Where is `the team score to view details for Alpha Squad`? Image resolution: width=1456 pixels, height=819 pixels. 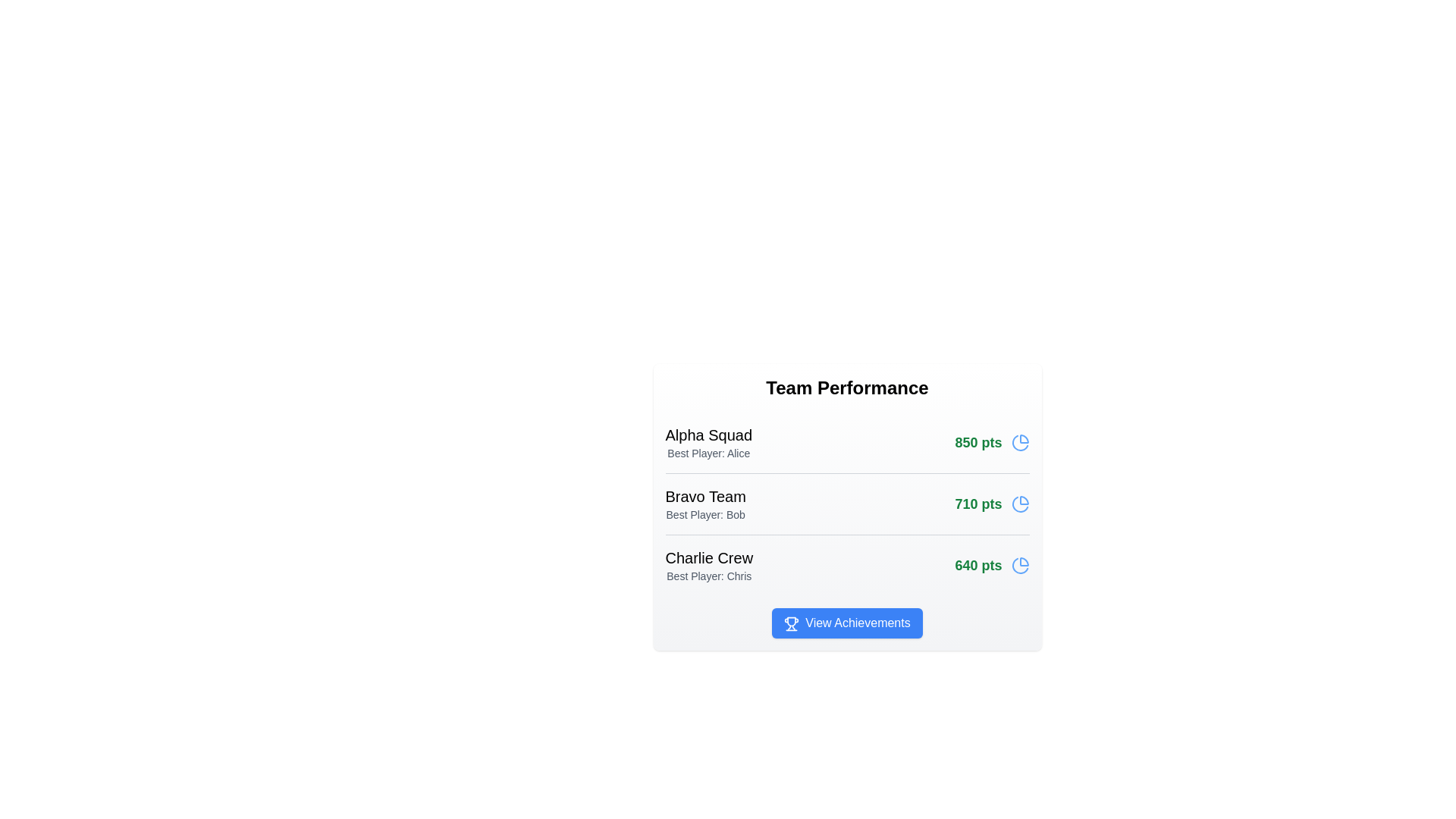 the team score to view details for Alpha Squad is located at coordinates (992, 442).